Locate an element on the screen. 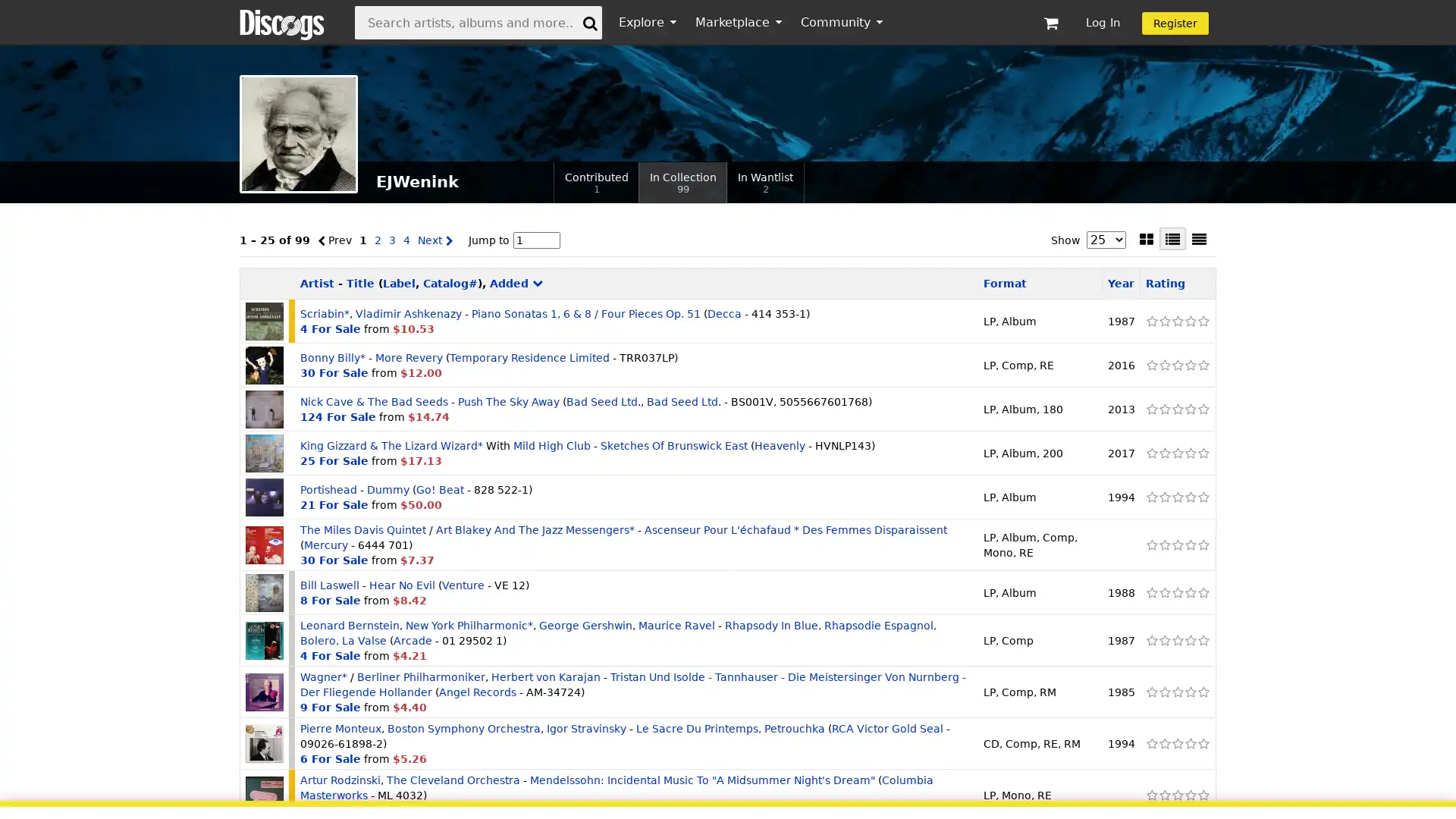  Rate this release 5 stars. is located at coordinates (1202, 692).